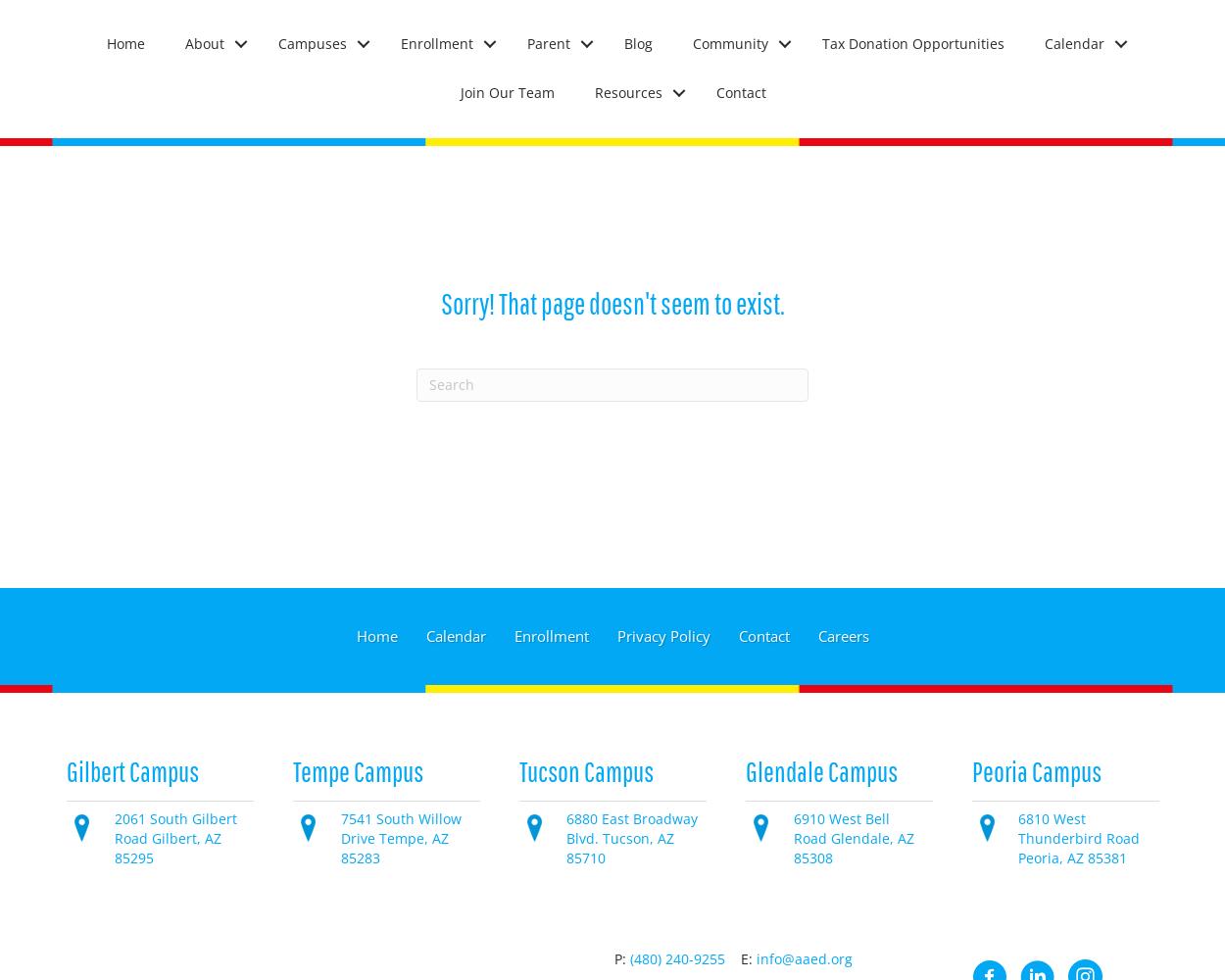 This screenshot has width=1225, height=980. What do you see at coordinates (804, 957) in the screenshot?
I see `'info@aaed.org'` at bounding box center [804, 957].